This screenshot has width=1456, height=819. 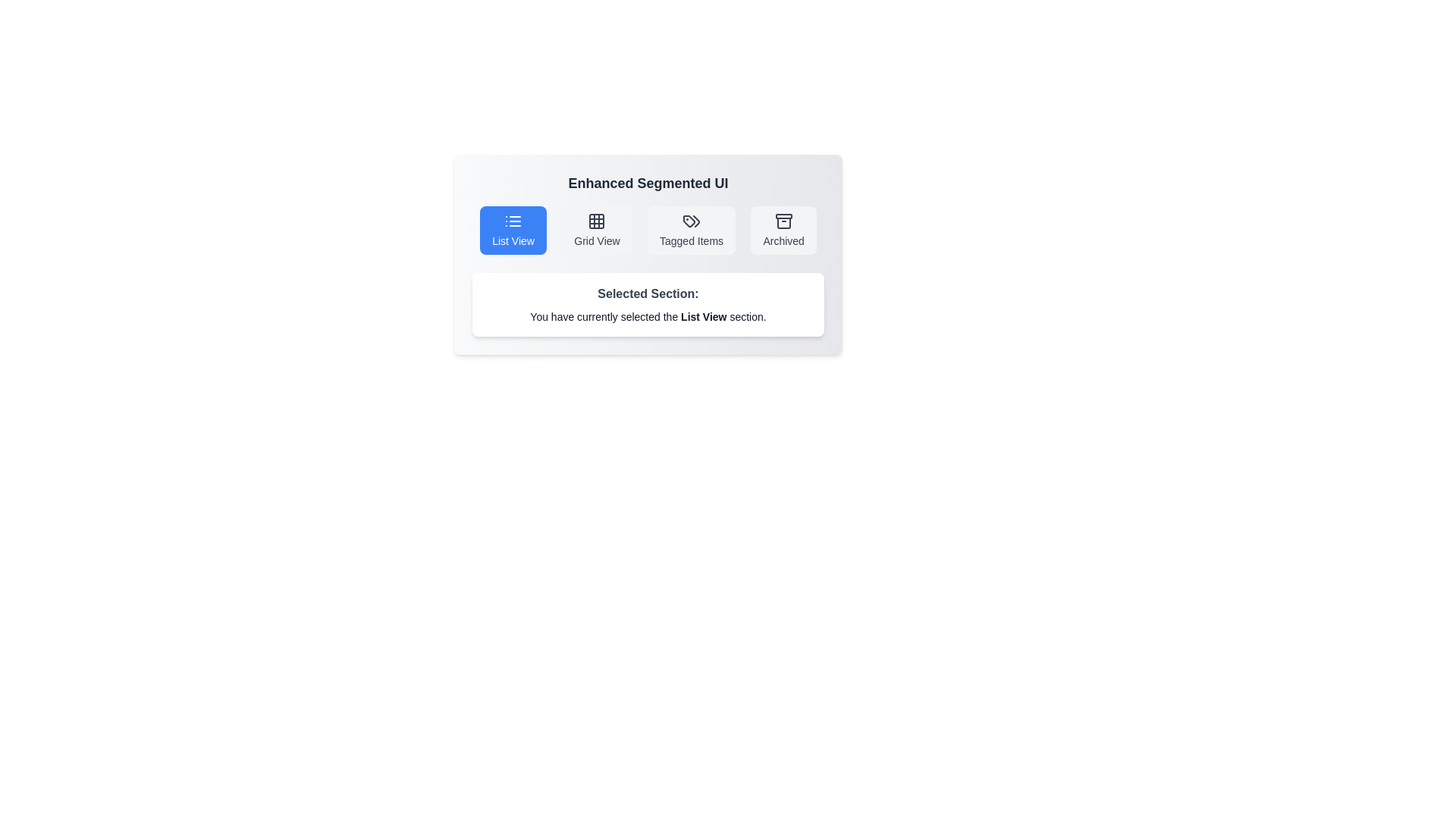 What do you see at coordinates (703, 315) in the screenshot?
I see `the 'List View' text label, which is styled in bold to indicate the current selection within the paragraph located at the lower center of the interface` at bounding box center [703, 315].